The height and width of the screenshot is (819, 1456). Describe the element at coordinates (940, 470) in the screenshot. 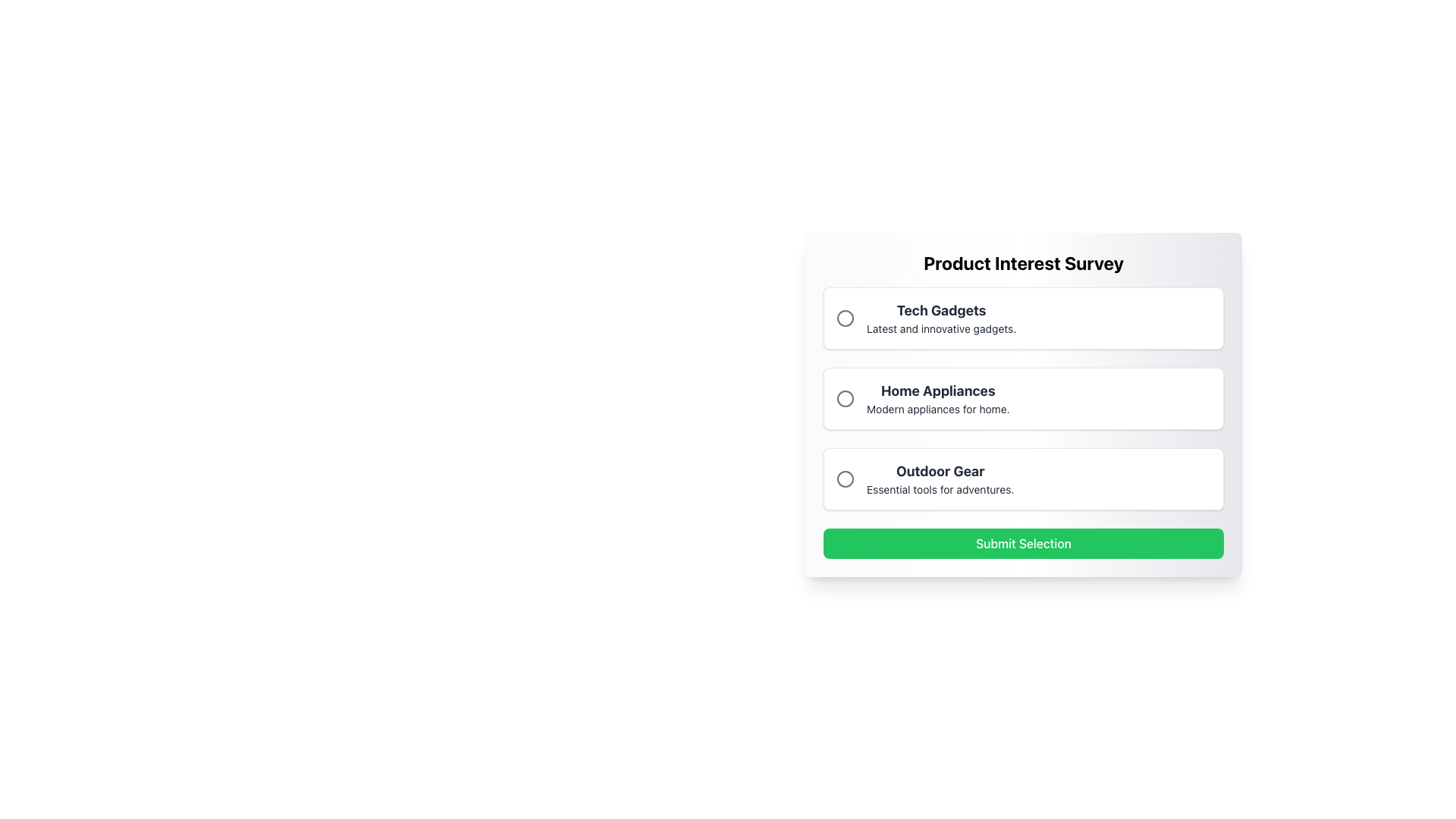

I see `the label for the third selectable option in the survey, which conveys the category name 'Outdoor Gear', located above the description 'Essential tools for adventures'` at that location.